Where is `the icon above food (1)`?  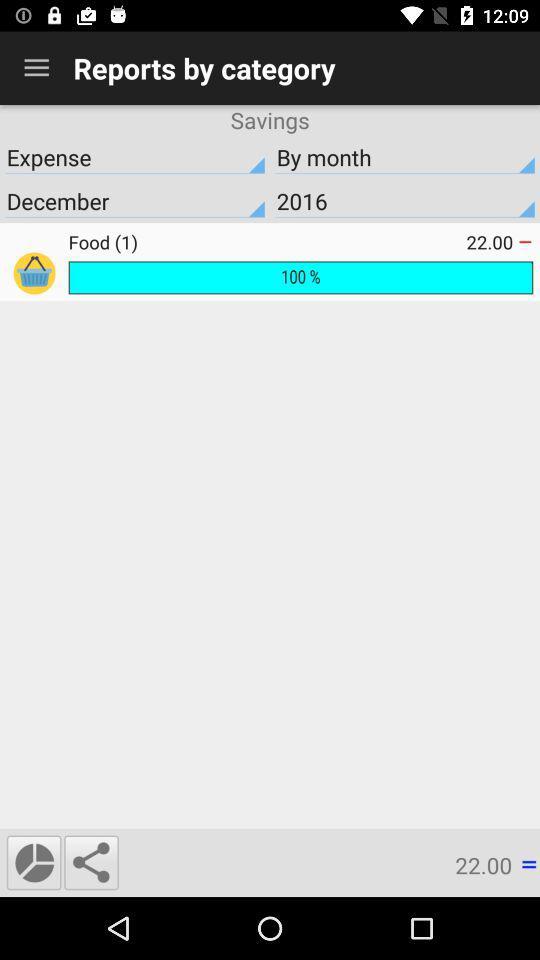 the icon above food (1) is located at coordinates (135, 201).